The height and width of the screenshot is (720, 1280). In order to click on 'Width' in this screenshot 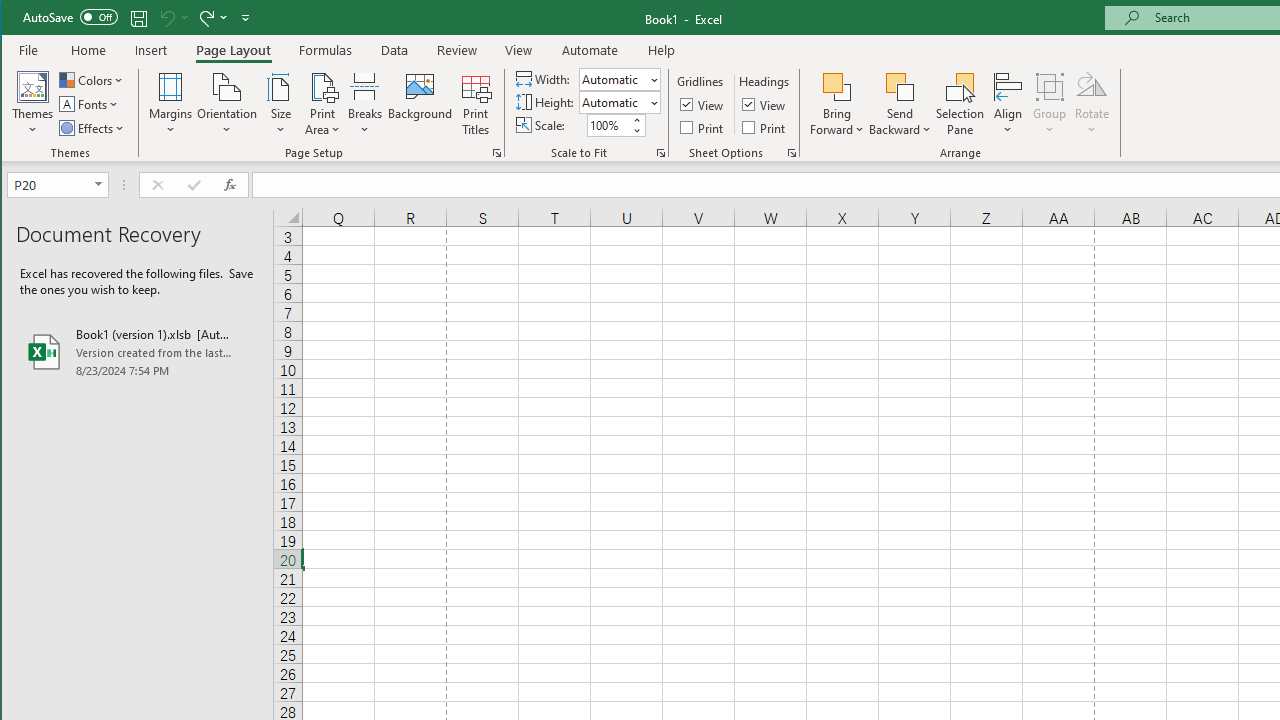, I will do `click(618, 78)`.